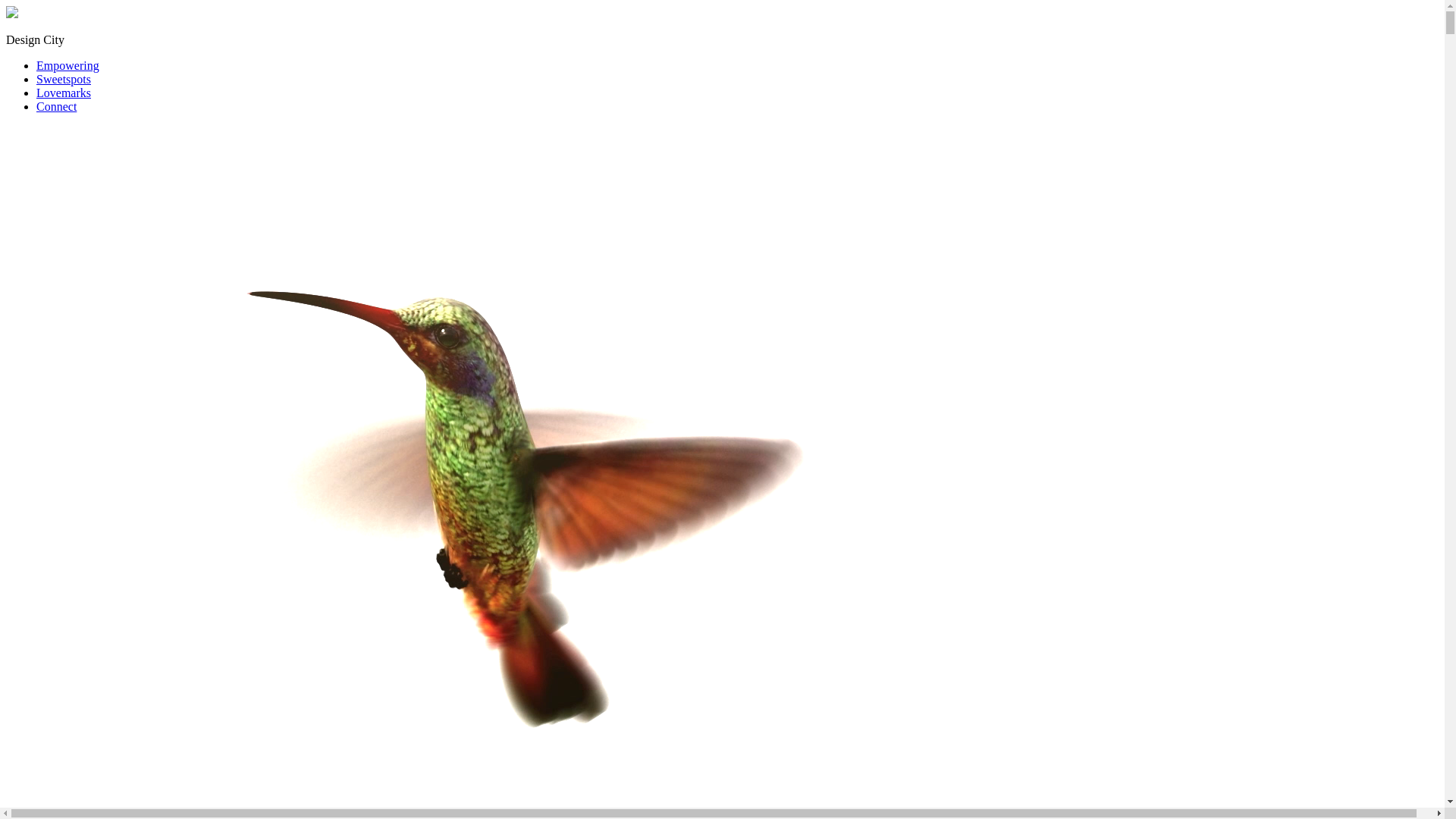  I want to click on 'Empowering', so click(67, 64).